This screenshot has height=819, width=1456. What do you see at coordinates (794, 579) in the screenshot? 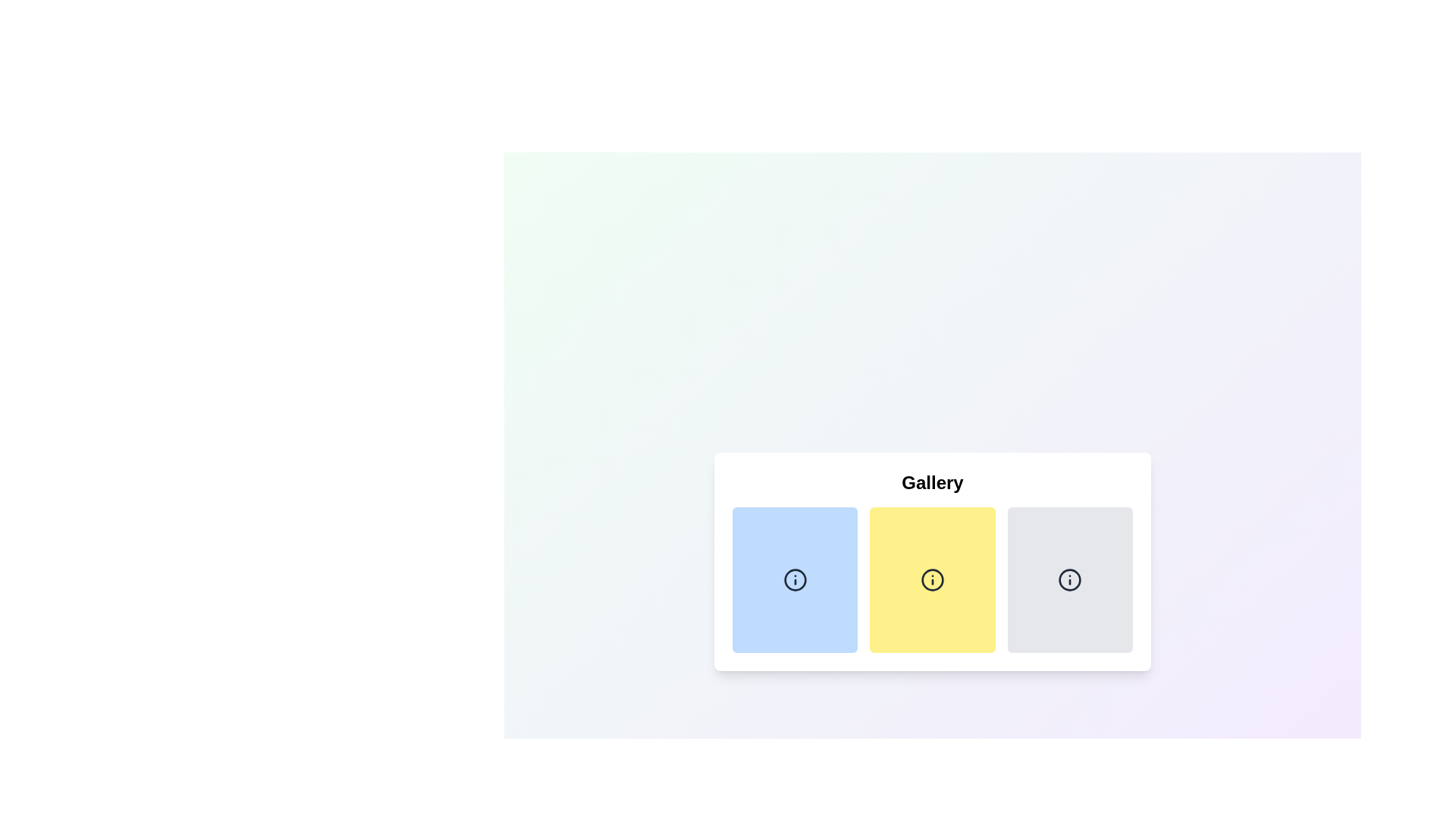
I see `the blue rectangle Image Card with a circular 'i' icon at the center` at bounding box center [794, 579].